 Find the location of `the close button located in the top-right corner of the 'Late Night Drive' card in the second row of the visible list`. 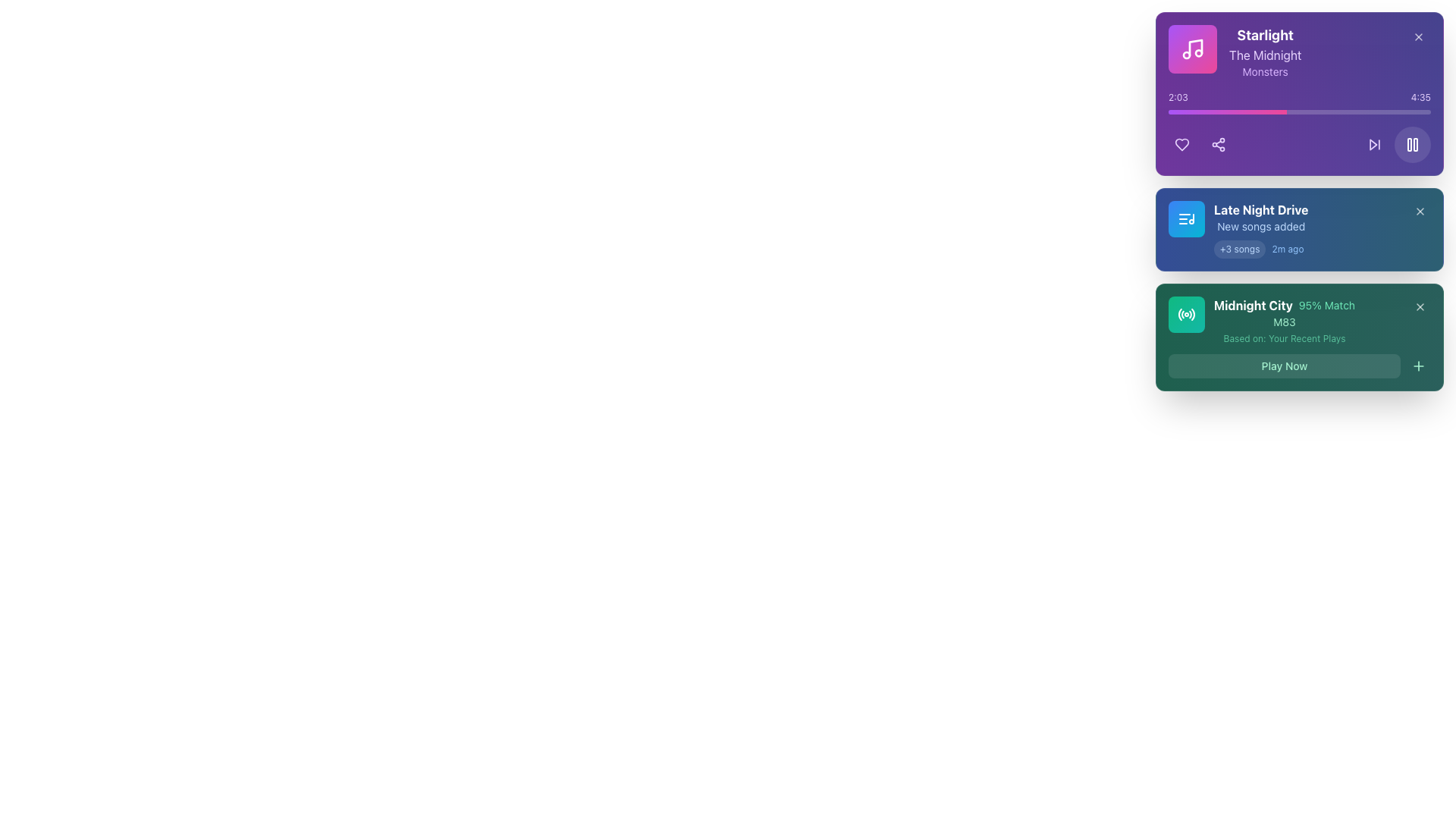

the close button located in the top-right corner of the 'Late Night Drive' card in the second row of the visible list is located at coordinates (1419, 211).